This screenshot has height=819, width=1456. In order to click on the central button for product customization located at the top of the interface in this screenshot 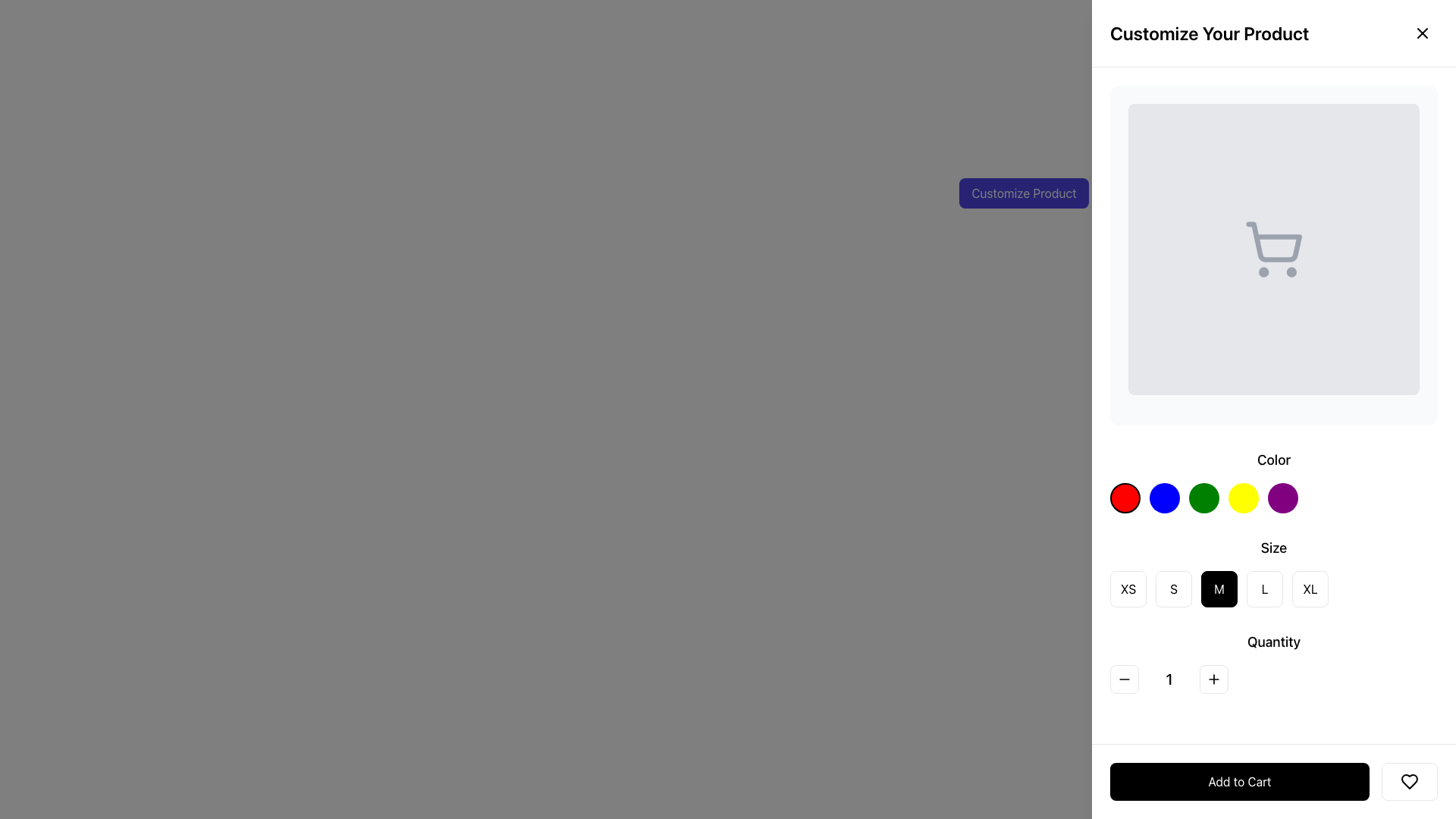, I will do `click(1024, 192)`.